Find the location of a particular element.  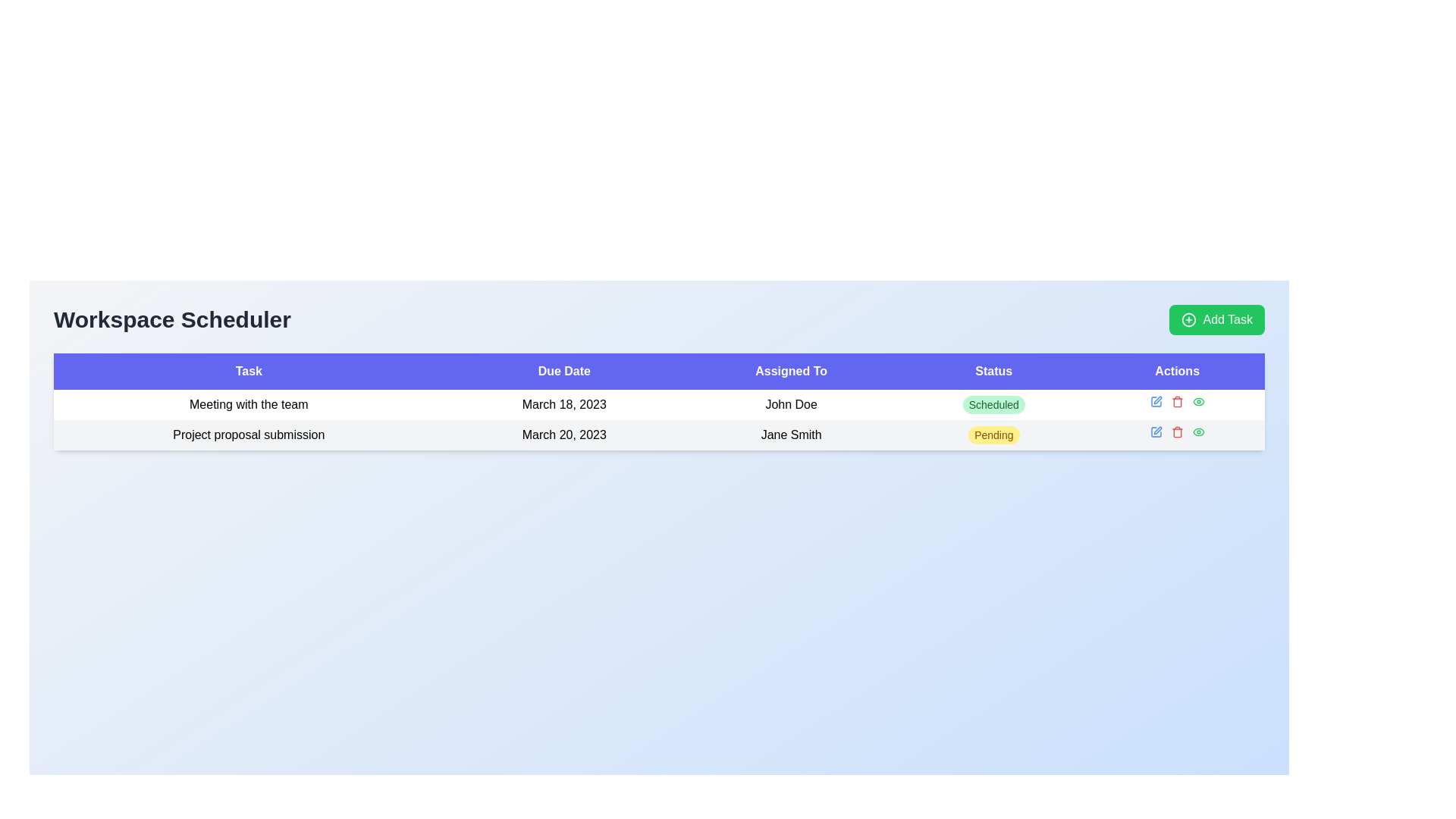

the button located in the top-right corner of the 'Workspace Scheduler' section is located at coordinates (1217, 318).